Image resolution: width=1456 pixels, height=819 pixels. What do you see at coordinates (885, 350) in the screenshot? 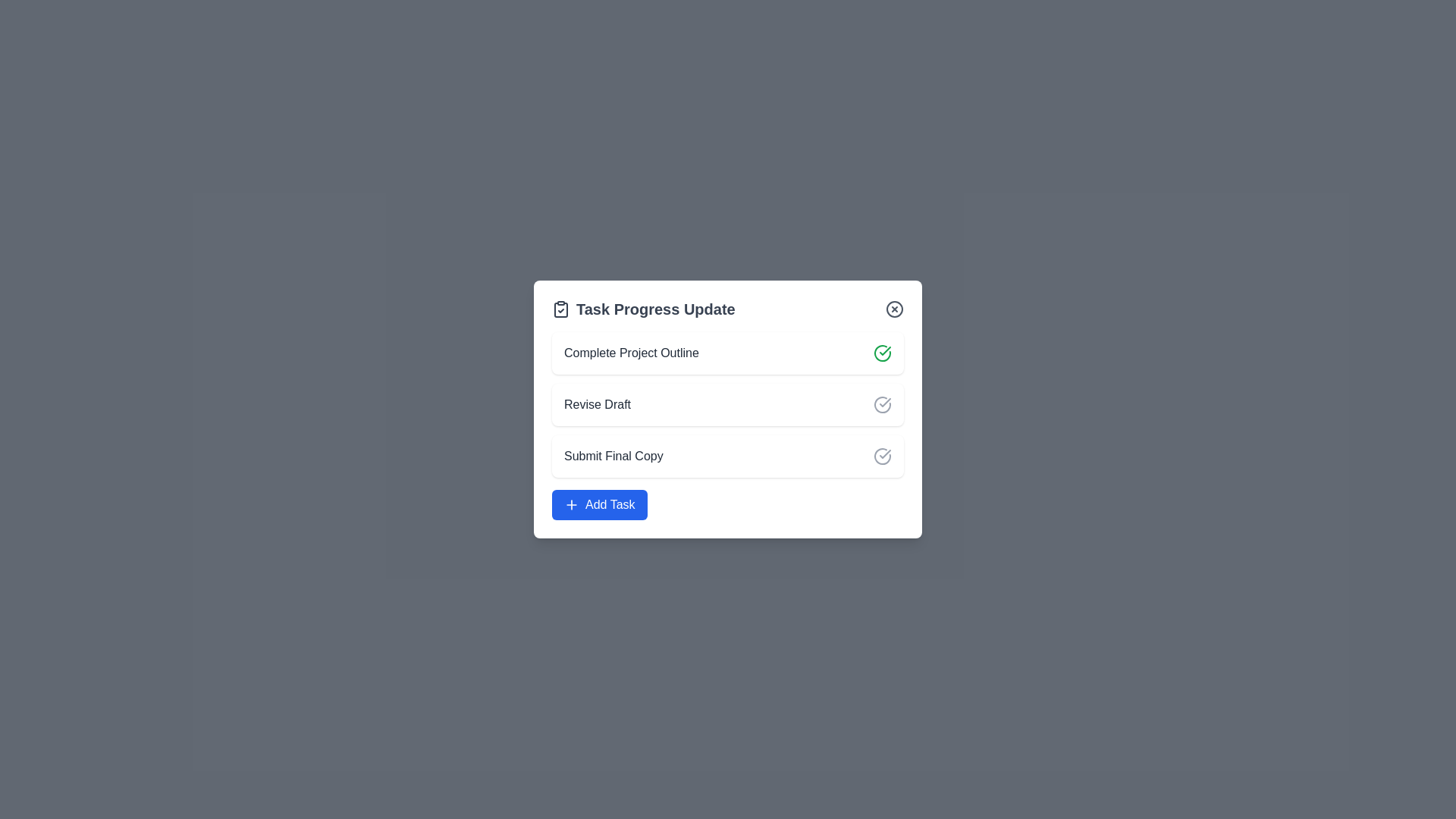
I see `the green checkmark icon within the Task Progress Update modal box, which indicates a completed task` at bounding box center [885, 350].